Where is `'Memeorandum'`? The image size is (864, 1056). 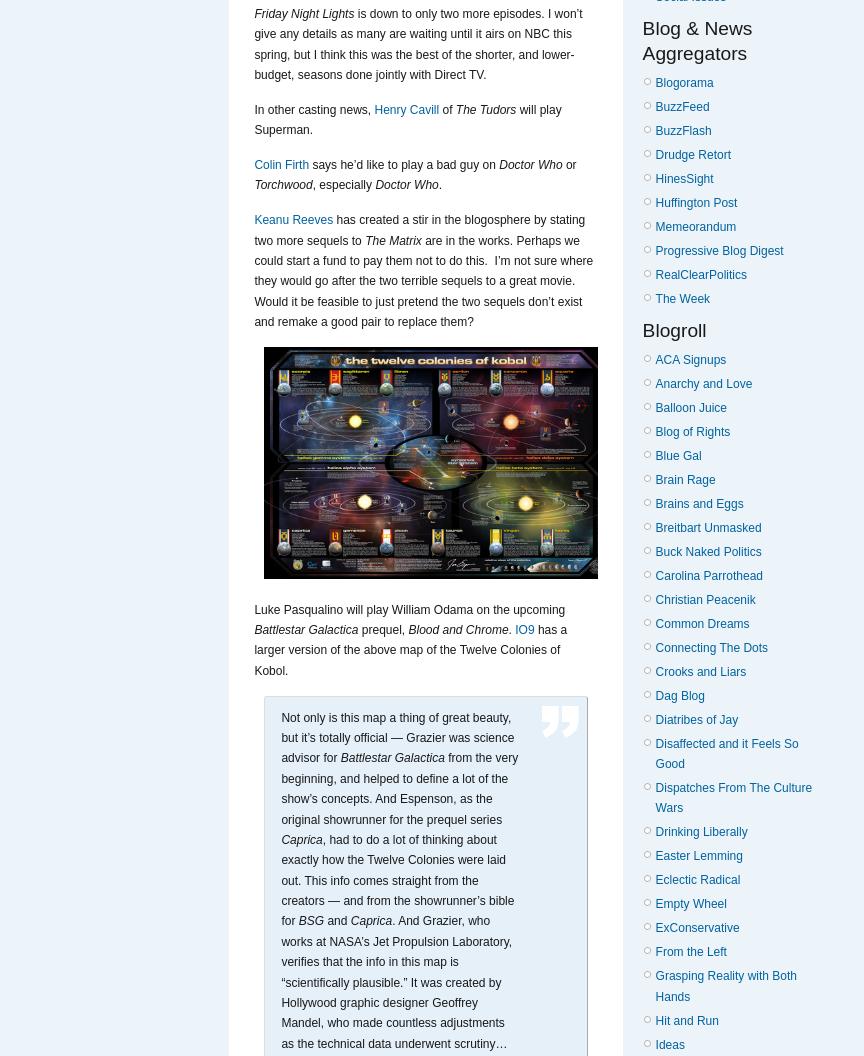 'Memeorandum' is located at coordinates (654, 224).